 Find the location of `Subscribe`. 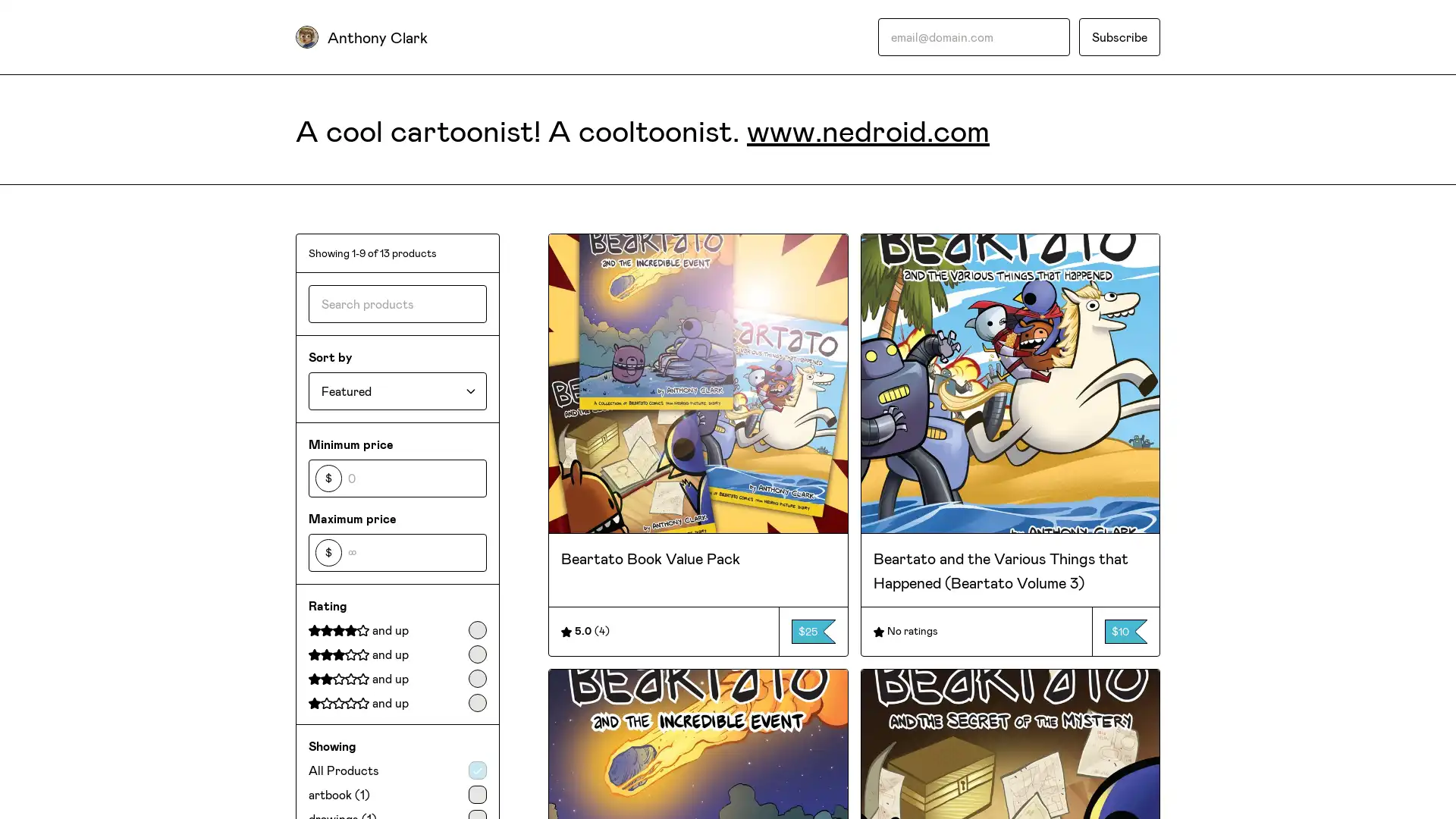

Subscribe is located at coordinates (1119, 36).